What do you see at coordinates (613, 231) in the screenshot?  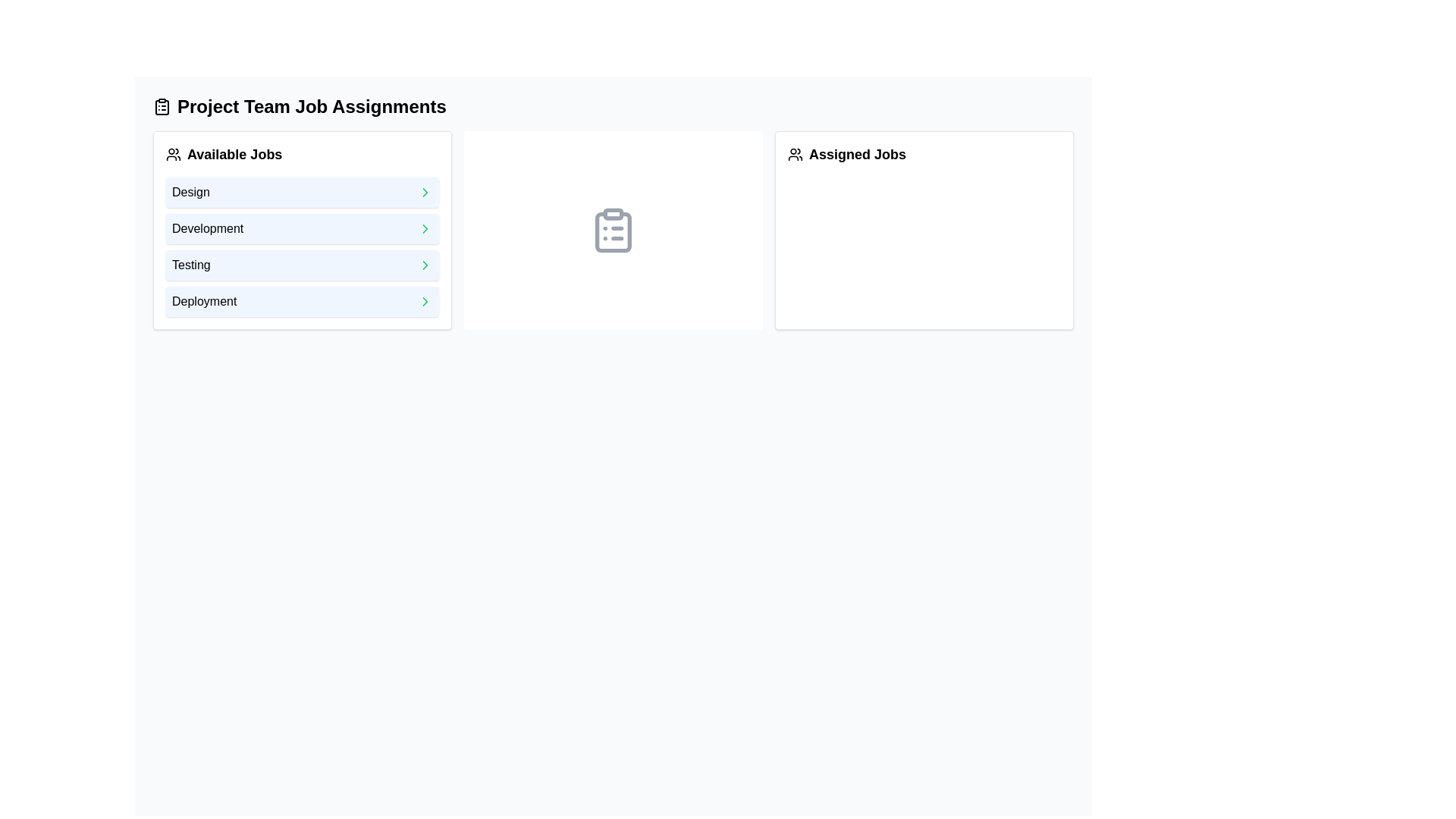 I see `the clipboard icon with a checkmark and list items, which is located in the middle card of a row of three cards` at bounding box center [613, 231].